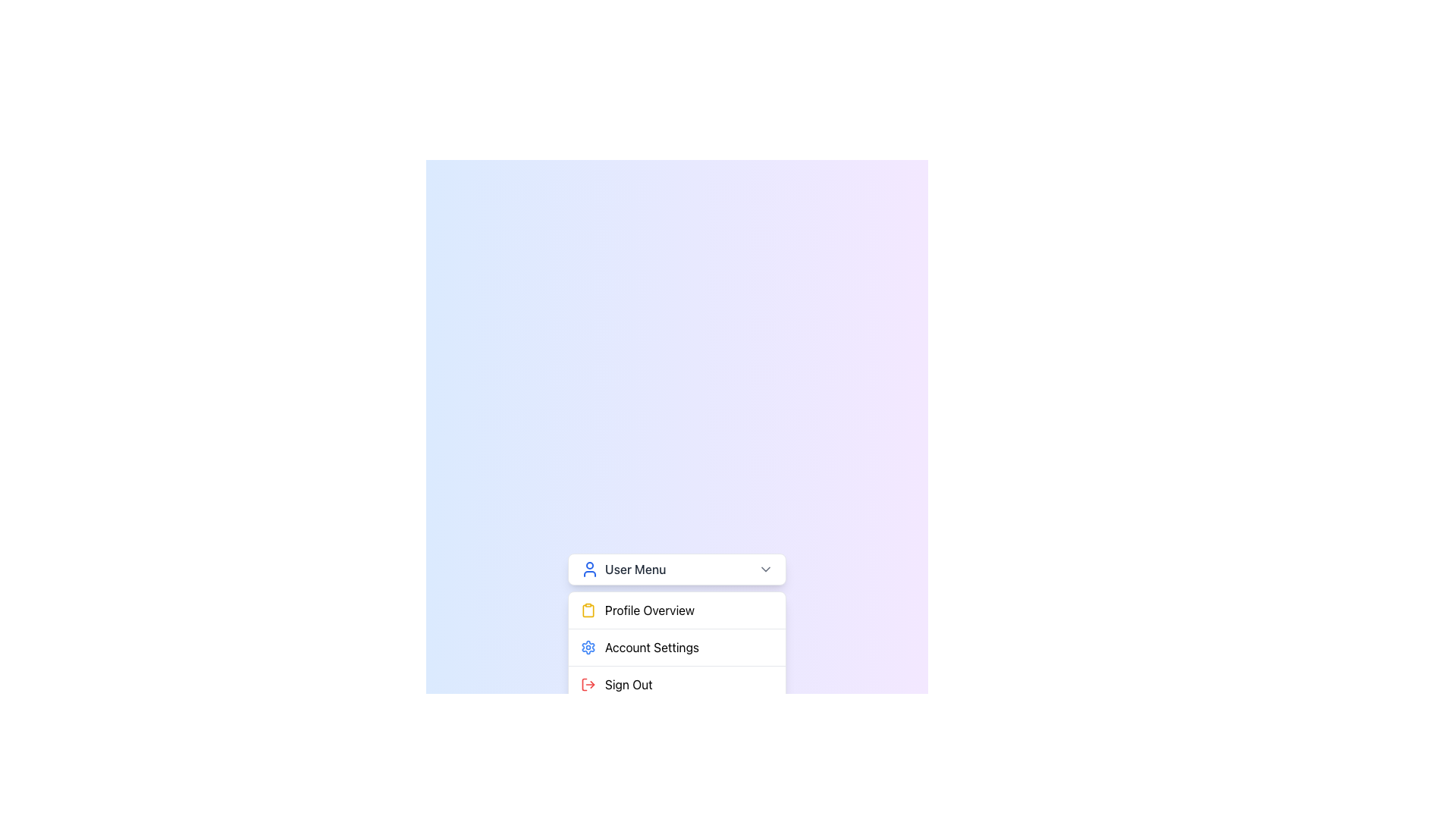  I want to click on text label that serves as the title for the dropdown menu associated with user-related actions, located to the right of the blue user icon in the top center of the dropdown menu, so click(635, 570).